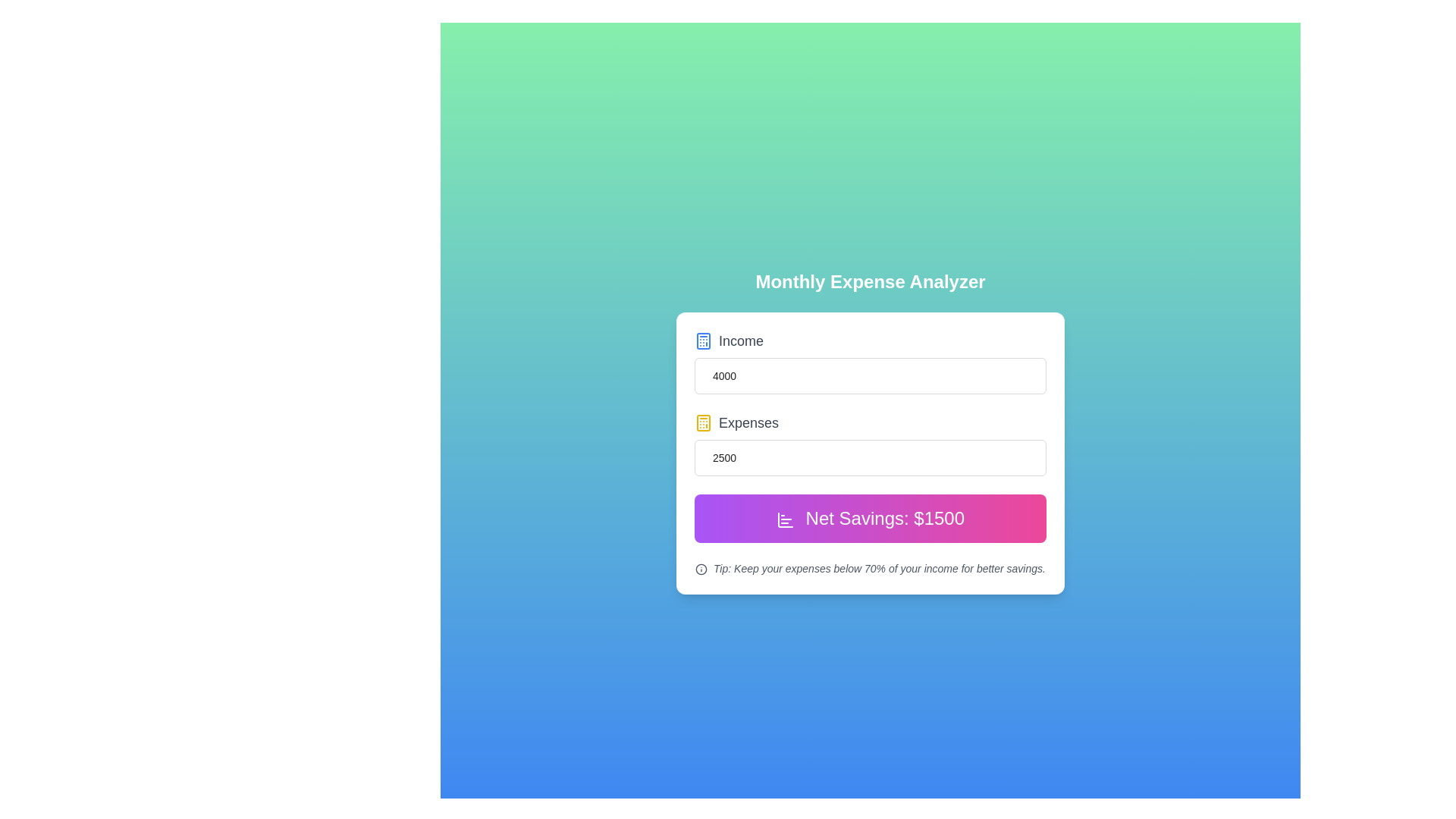 This screenshot has width=1456, height=819. I want to click on the SVG circle representing the 'info' icon, which is part of the 'lucide lucide-info' class, located above the descriptive label about expenses, so click(701, 570).